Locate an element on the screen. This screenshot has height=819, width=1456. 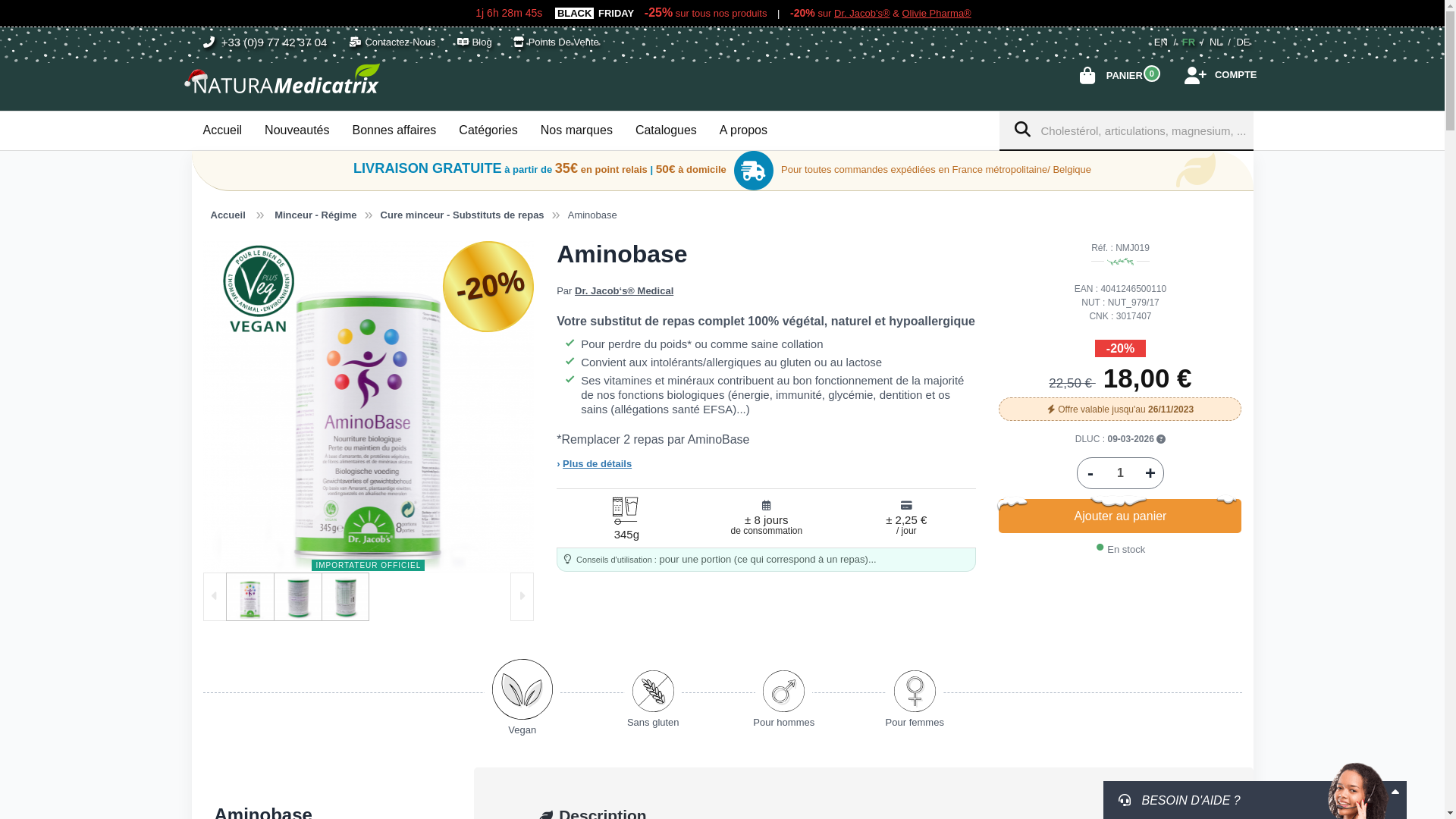
'EN' is located at coordinates (1160, 42).